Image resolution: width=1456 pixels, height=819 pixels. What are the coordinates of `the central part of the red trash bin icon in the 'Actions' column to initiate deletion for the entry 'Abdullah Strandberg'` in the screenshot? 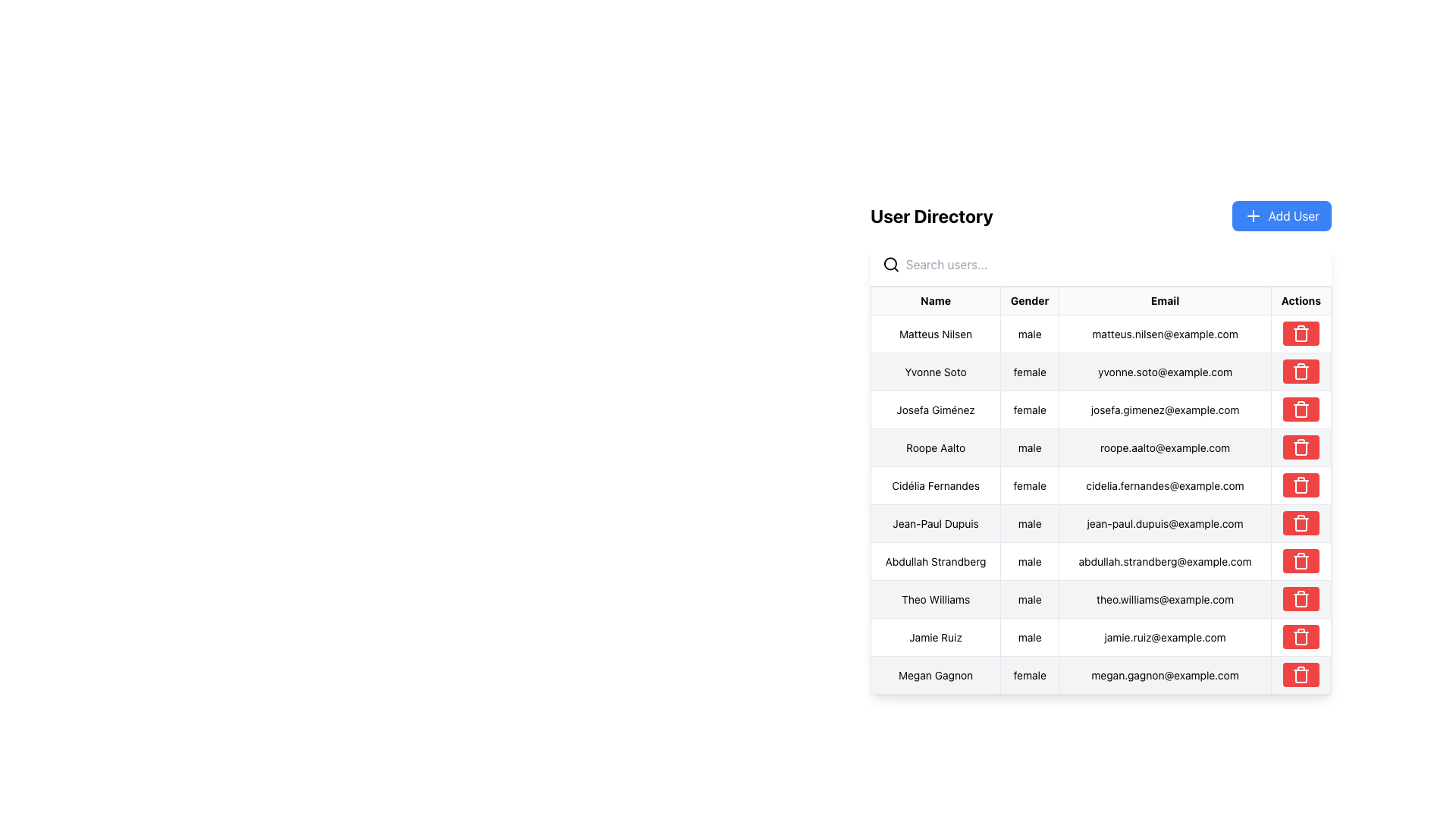 It's located at (1300, 562).